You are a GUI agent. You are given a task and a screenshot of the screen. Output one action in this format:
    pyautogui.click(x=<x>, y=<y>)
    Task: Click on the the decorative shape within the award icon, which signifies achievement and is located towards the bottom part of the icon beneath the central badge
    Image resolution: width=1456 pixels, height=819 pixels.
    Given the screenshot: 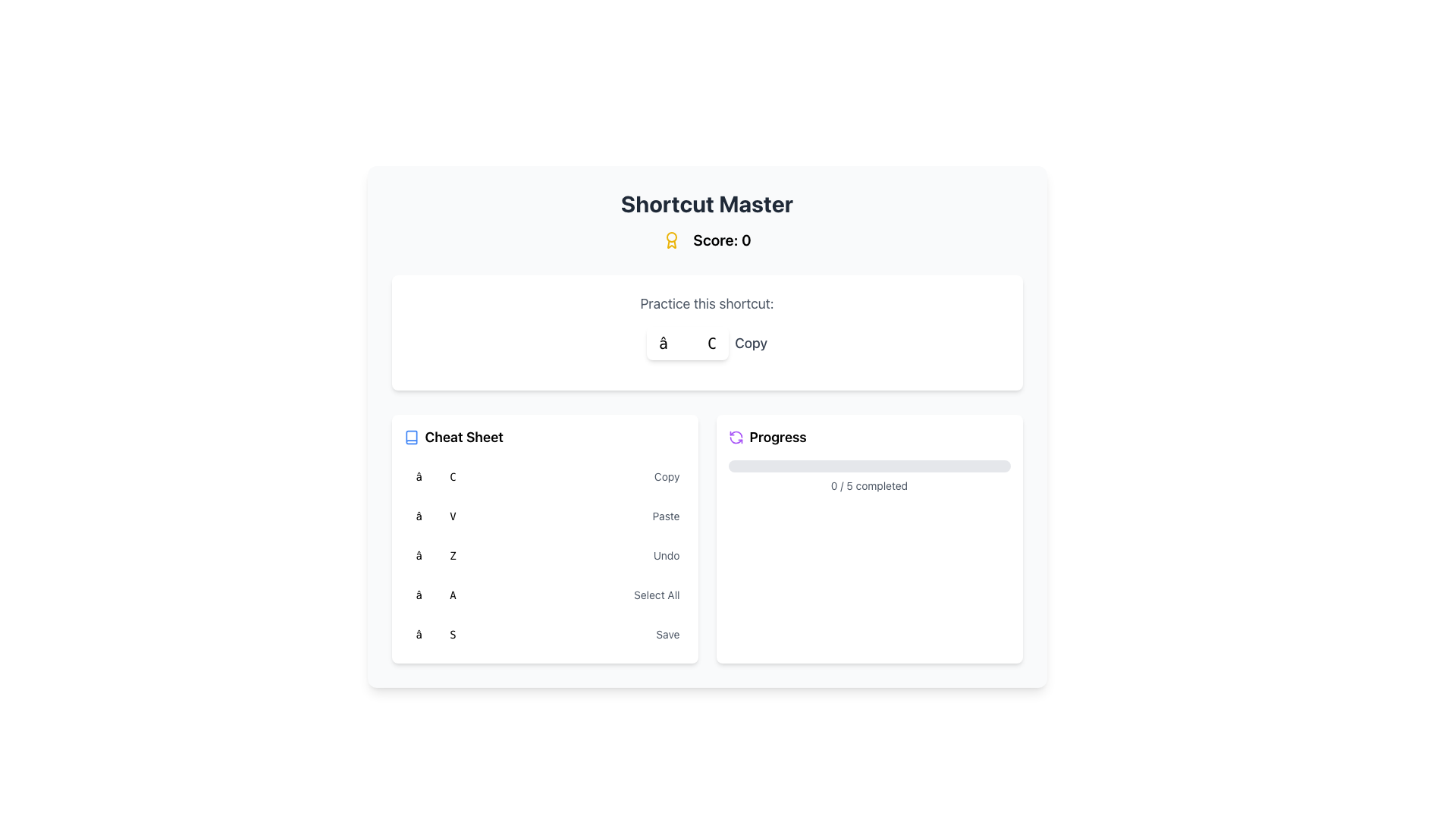 What is the action you would take?
    pyautogui.click(x=671, y=243)
    